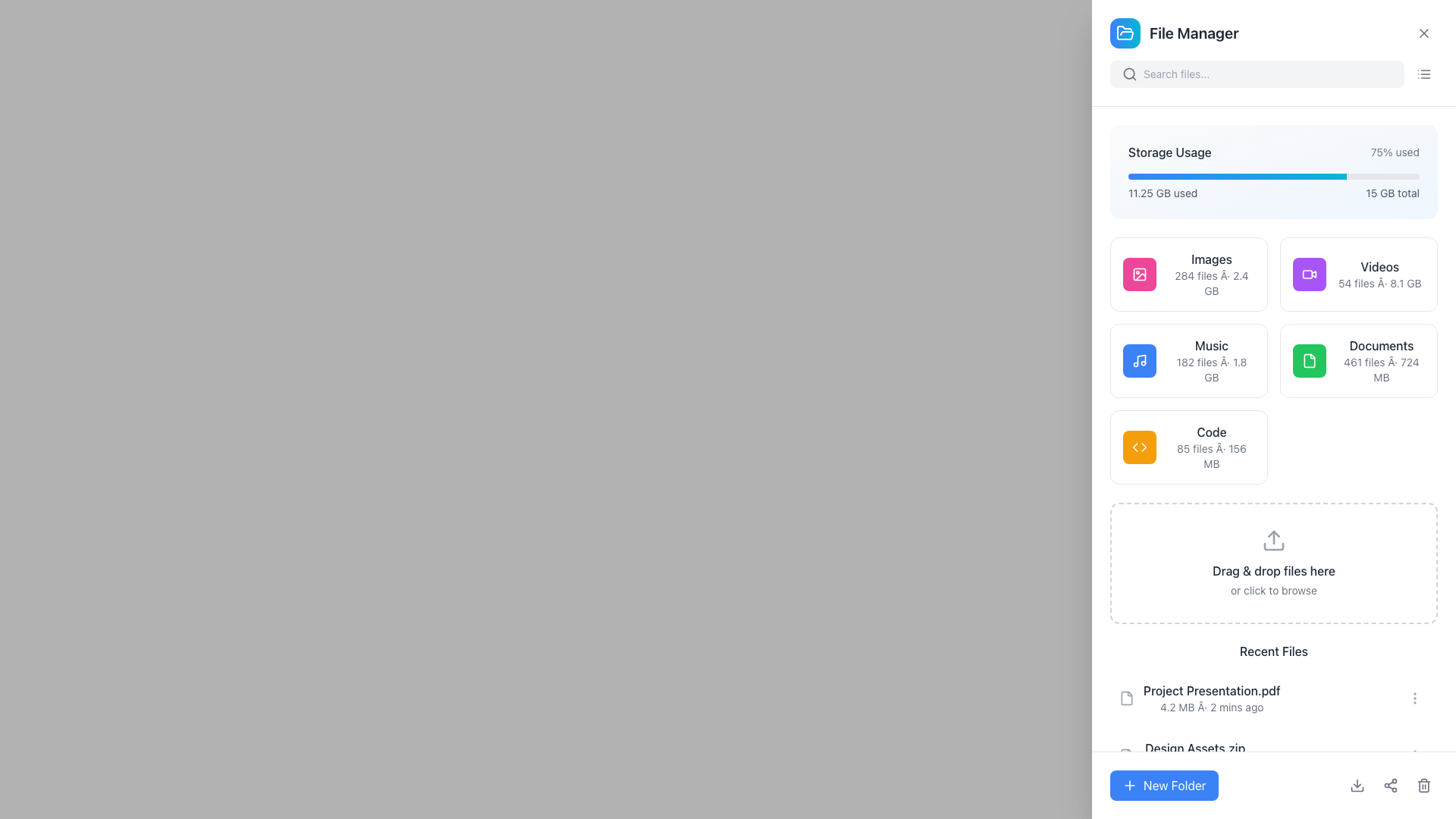  I want to click on the center icon button in the horizontal cluster of three icon buttons located at the bottom-right section of the interface, so click(1390, 785).